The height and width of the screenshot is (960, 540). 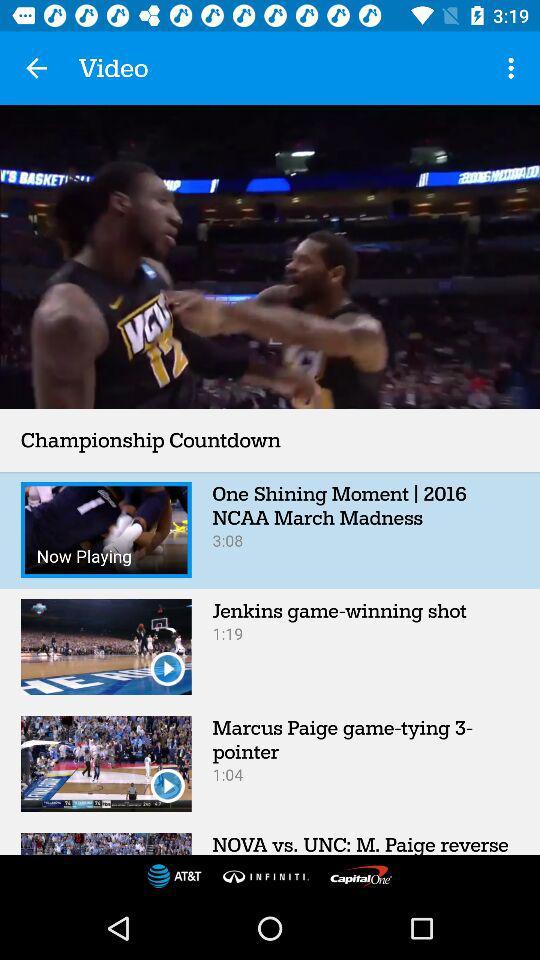 I want to click on icon next to video, so click(x=513, y=68).